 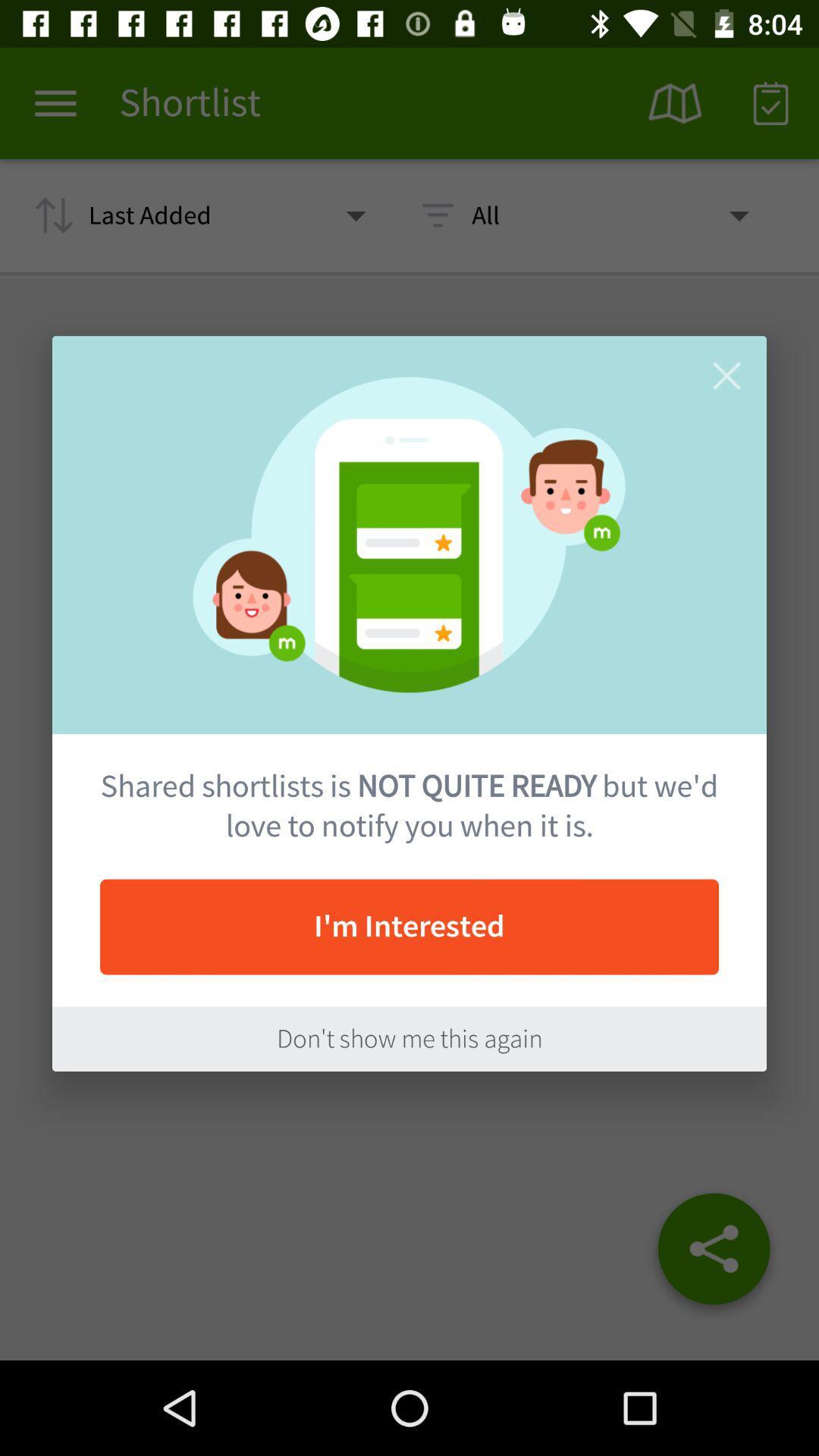 I want to click on item above shared shortlists is item, so click(x=726, y=375).